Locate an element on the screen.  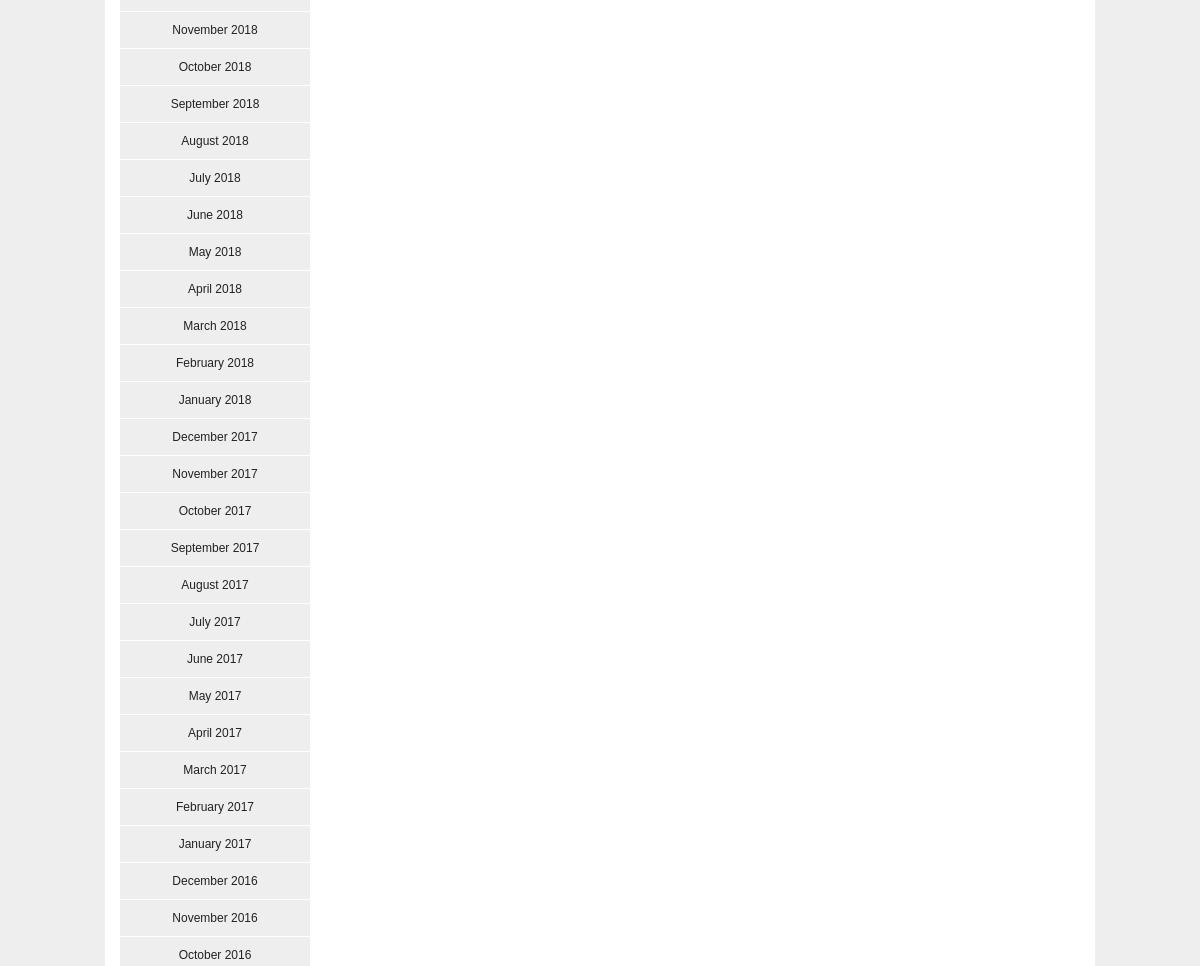
'January 2018' is located at coordinates (213, 400).